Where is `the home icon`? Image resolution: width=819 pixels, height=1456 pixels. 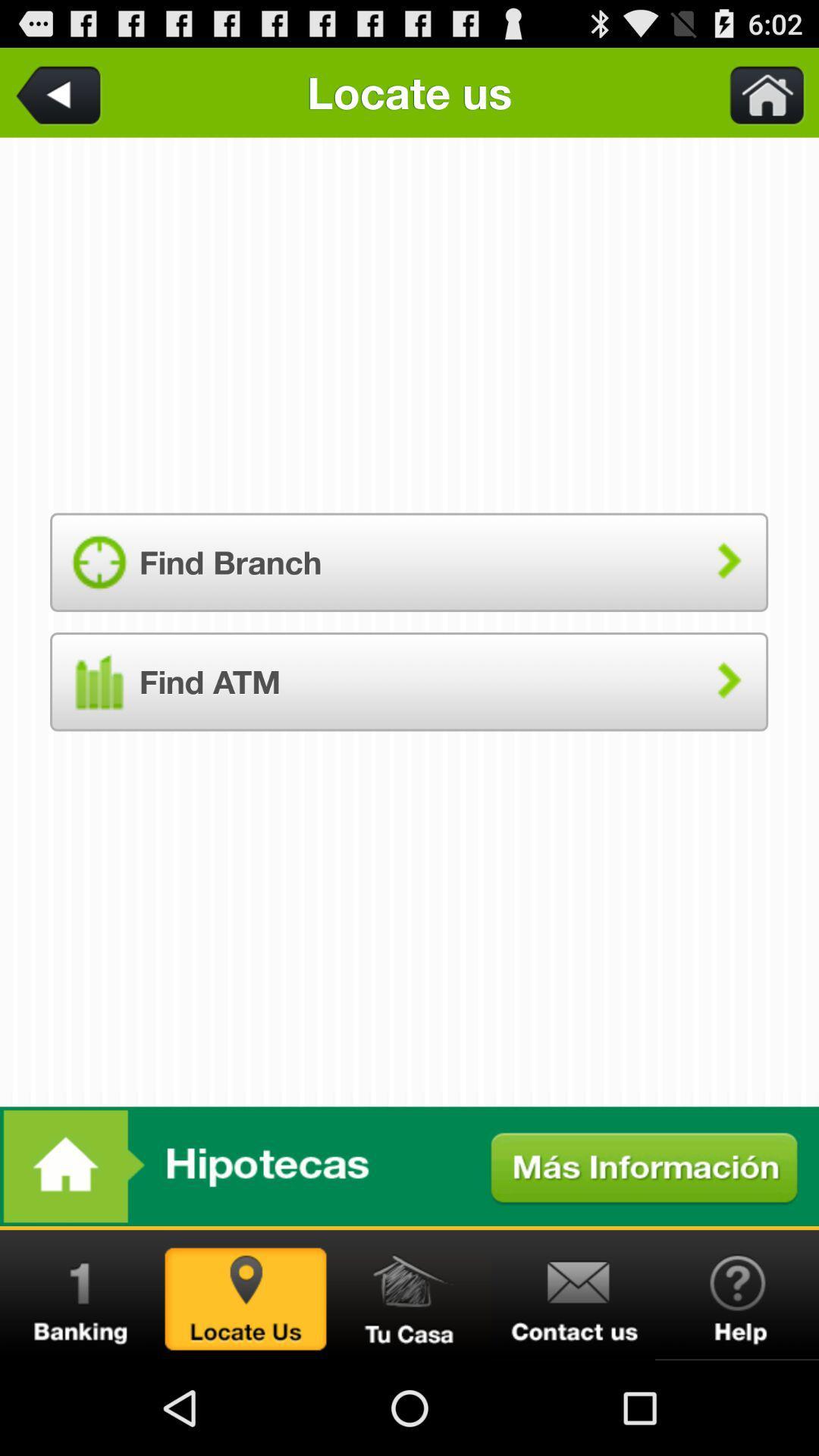 the home icon is located at coordinates (758, 98).